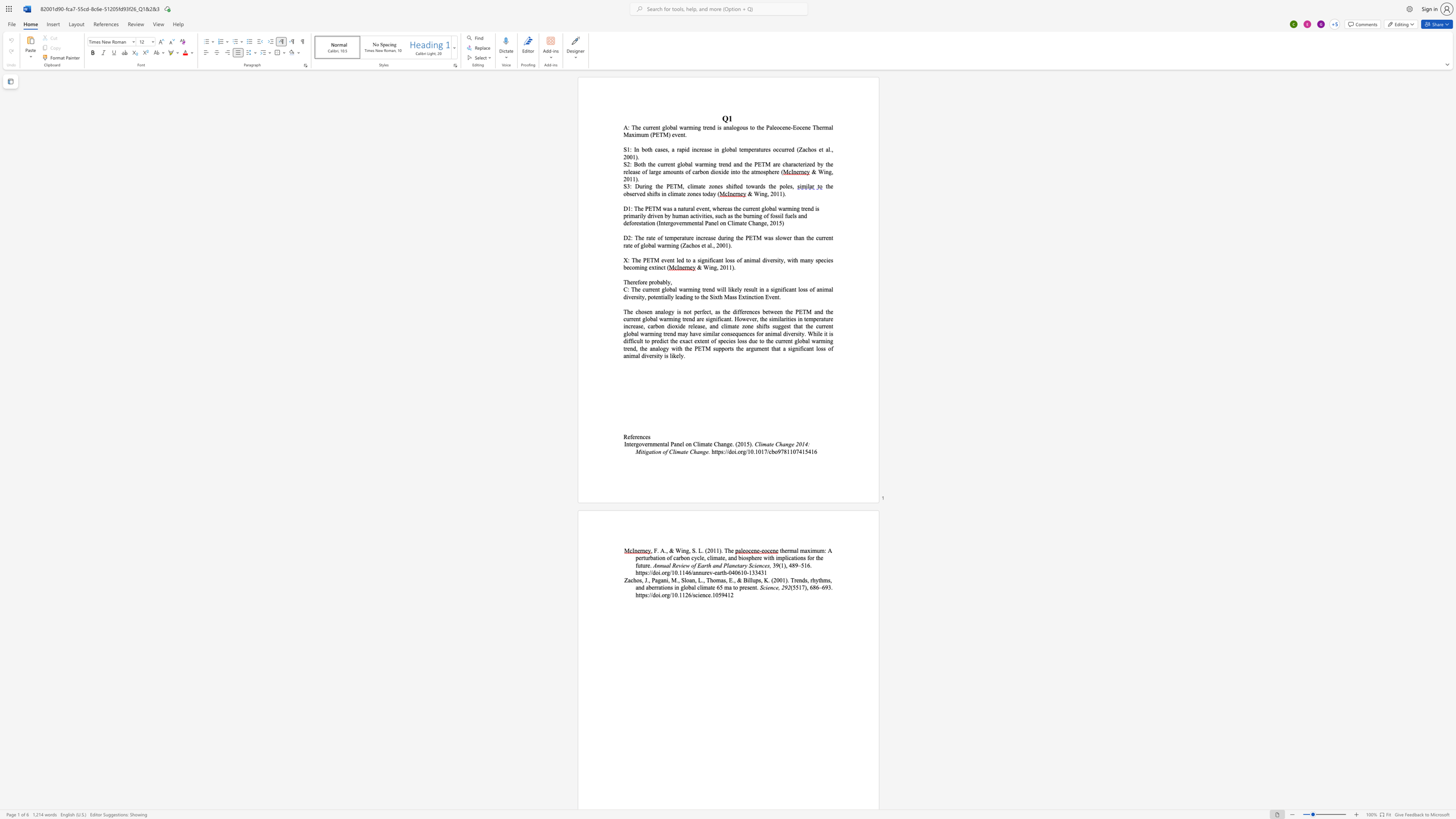 The width and height of the screenshot is (1456, 819). Describe the element at coordinates (645, 281) in the screenshot. I see `the 3th character "e" in the text` at that location.